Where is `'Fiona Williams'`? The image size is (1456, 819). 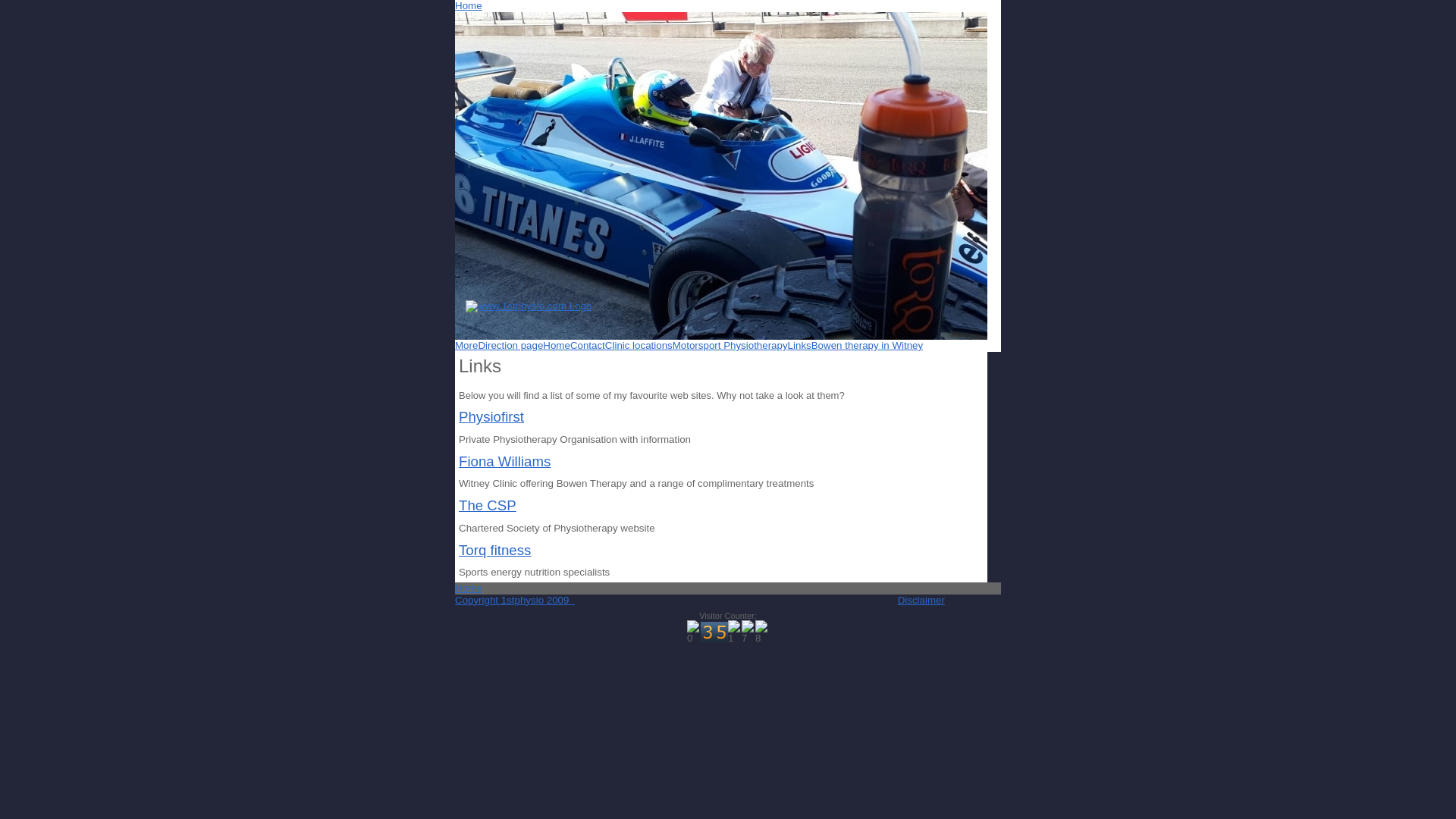
'Fiona Williams' is located at coordinates (457, 460).